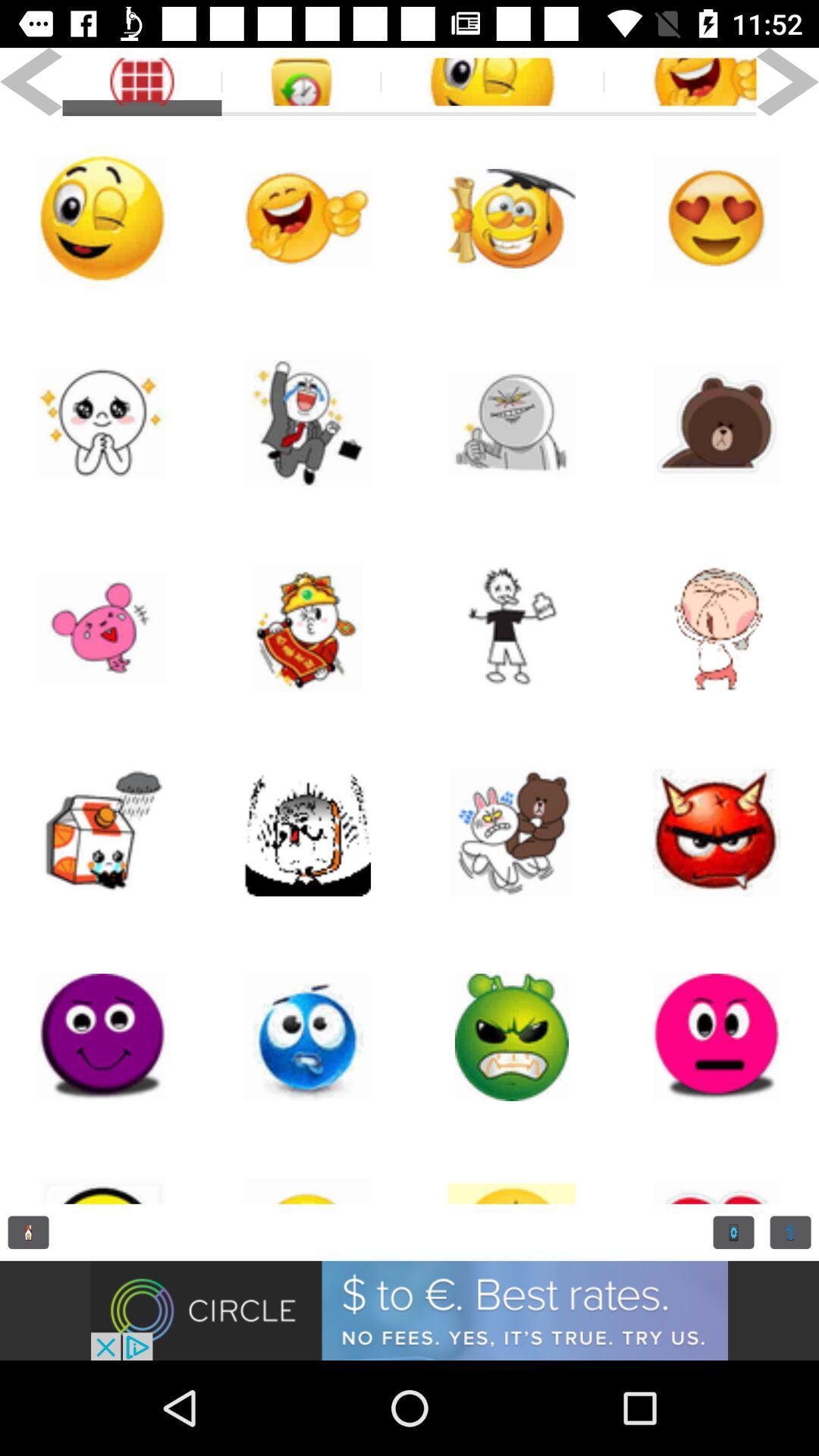  What do you see at coordinates (492, 81) in the screenshot?
I see `wink emoji` at bounding box center [492, 81].